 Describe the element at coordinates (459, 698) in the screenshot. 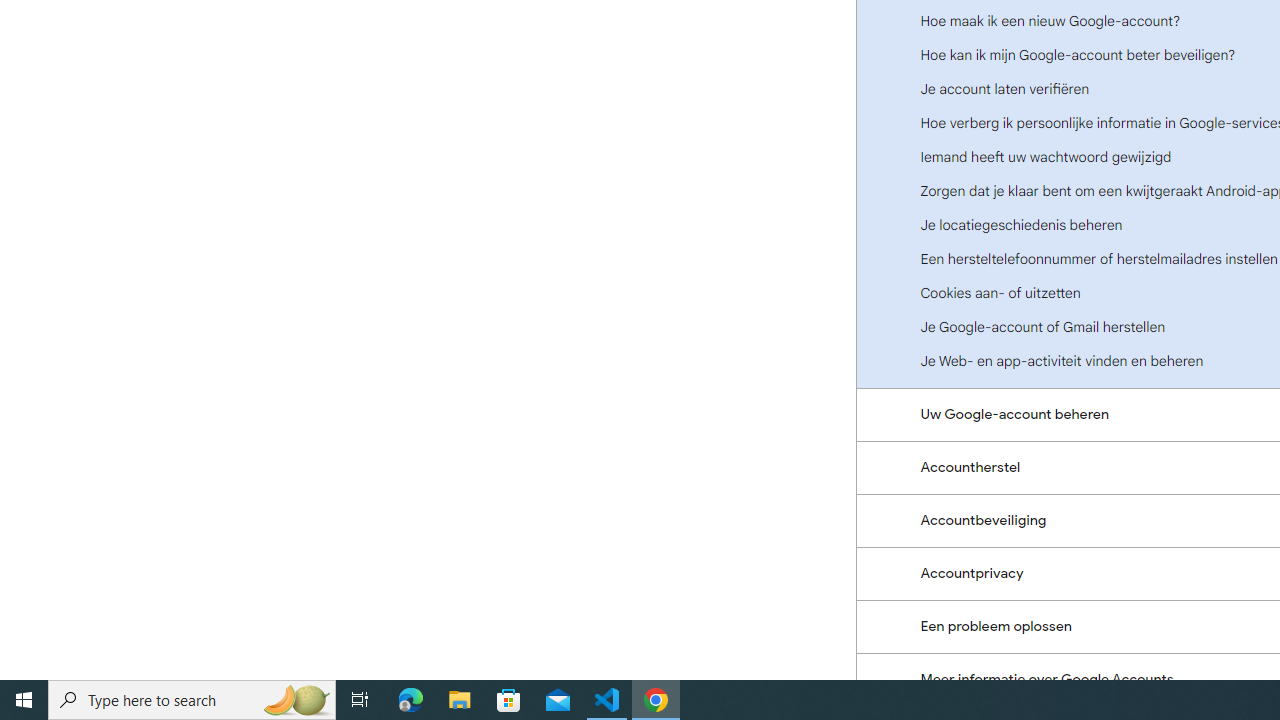

I see `'File Explorer'` at that location.